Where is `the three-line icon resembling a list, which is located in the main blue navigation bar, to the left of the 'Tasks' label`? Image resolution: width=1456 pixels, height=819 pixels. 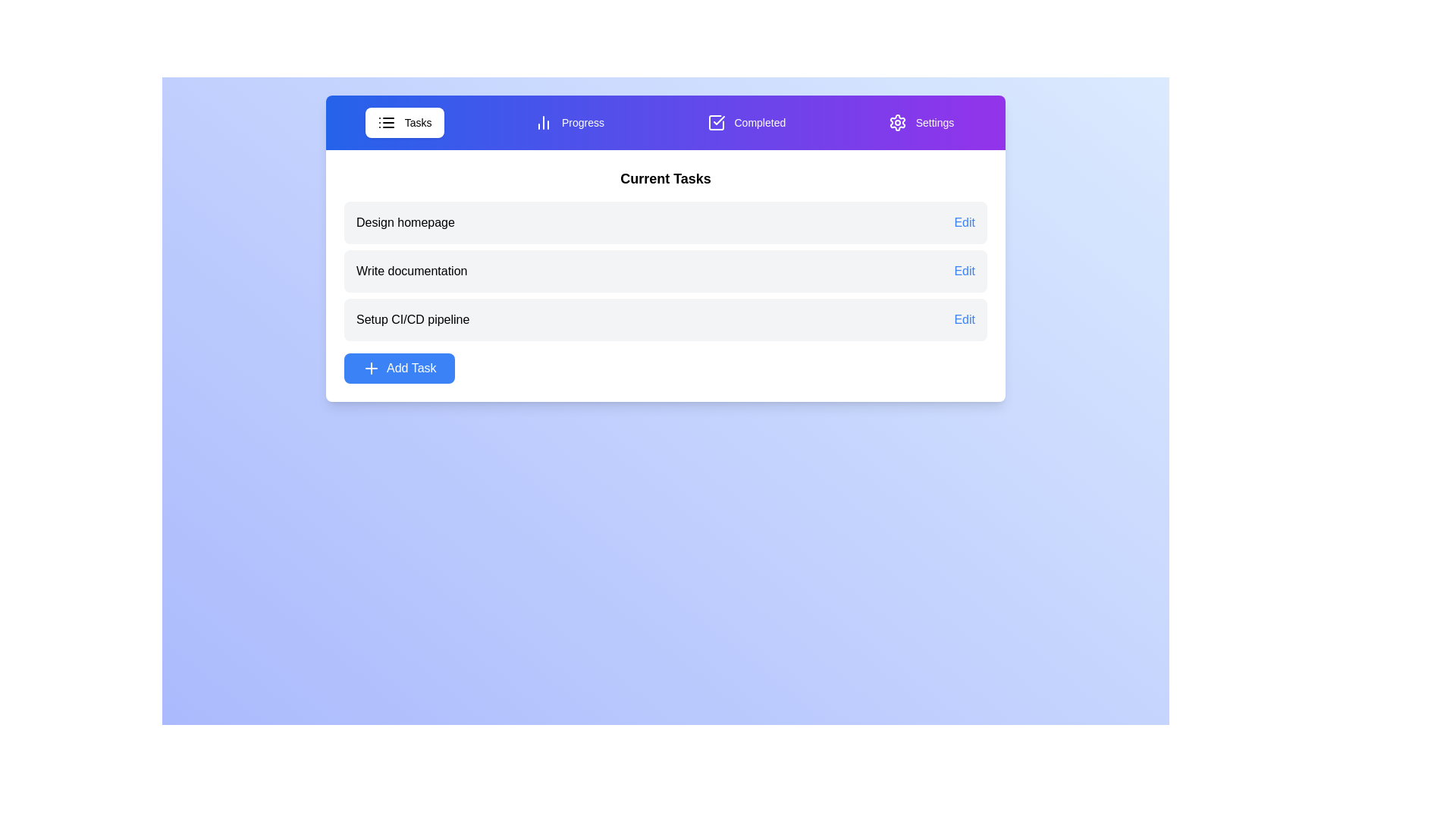 the three-line icon resembling a list, which is located in the main blue navigation bar, to the left of the 'Tasks' label is located at coordinates (386, 122).